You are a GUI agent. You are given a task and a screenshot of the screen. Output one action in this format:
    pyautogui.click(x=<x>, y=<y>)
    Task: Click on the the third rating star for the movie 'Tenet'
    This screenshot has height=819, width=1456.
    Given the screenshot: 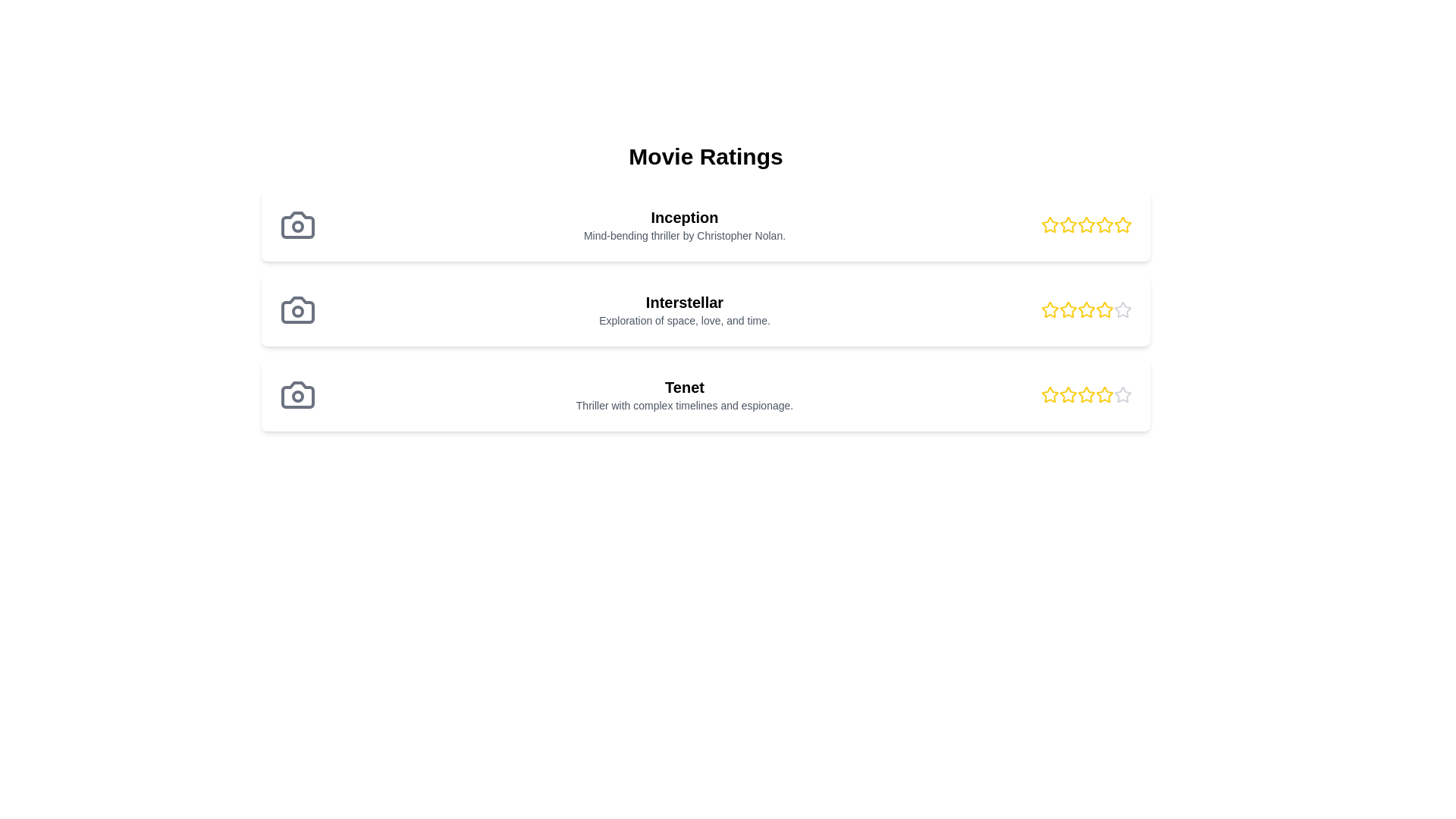 What is the action you would take?
    pyautogui.click(x=1068, y=394)
    